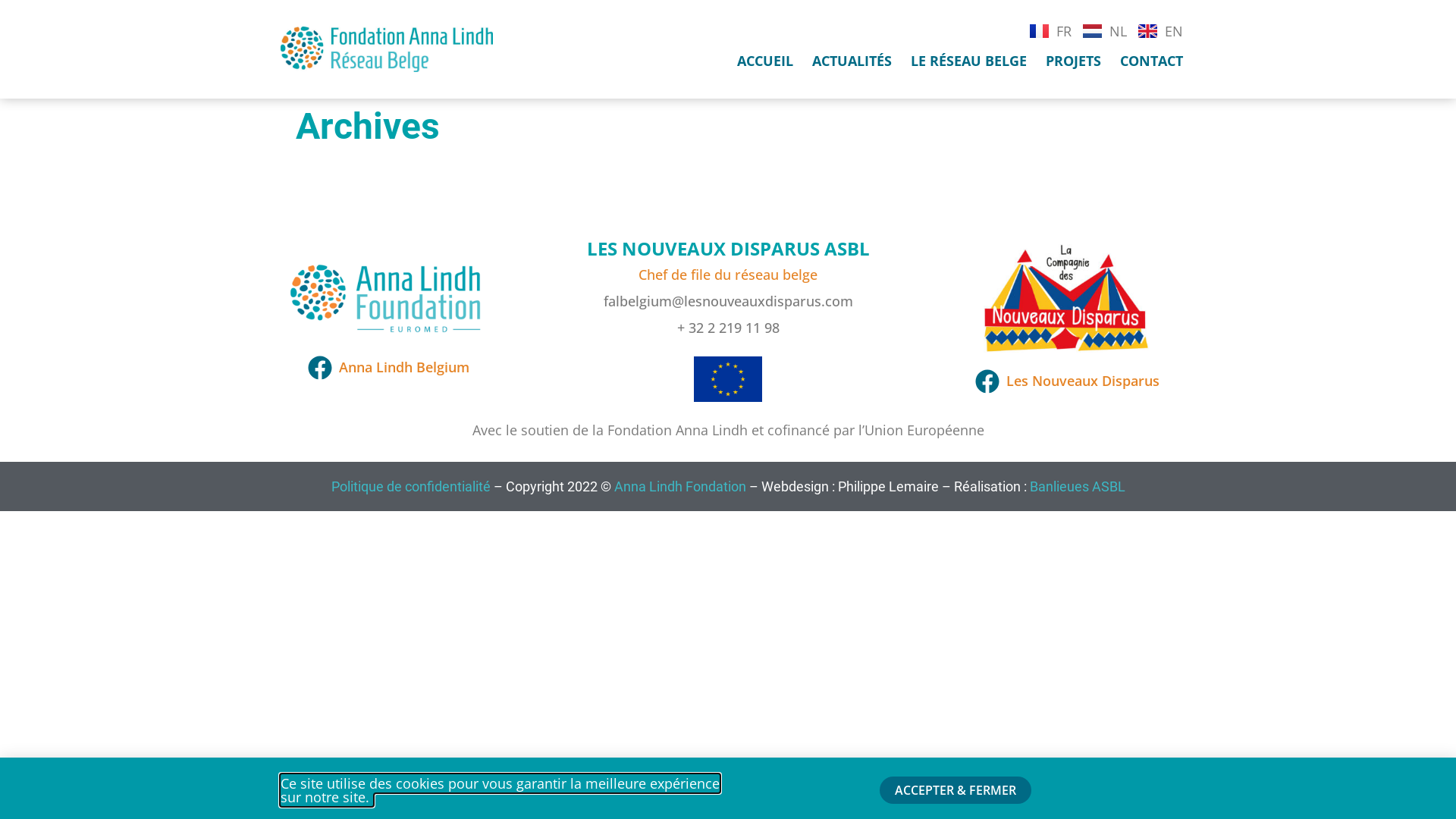 The height and width of the screenshot is (819, 1456). What do you see at coordinates (1065, 379) in the screenshot?
I see `'Les Nouveaux Disparus'` at bounding box center [1065, 379].